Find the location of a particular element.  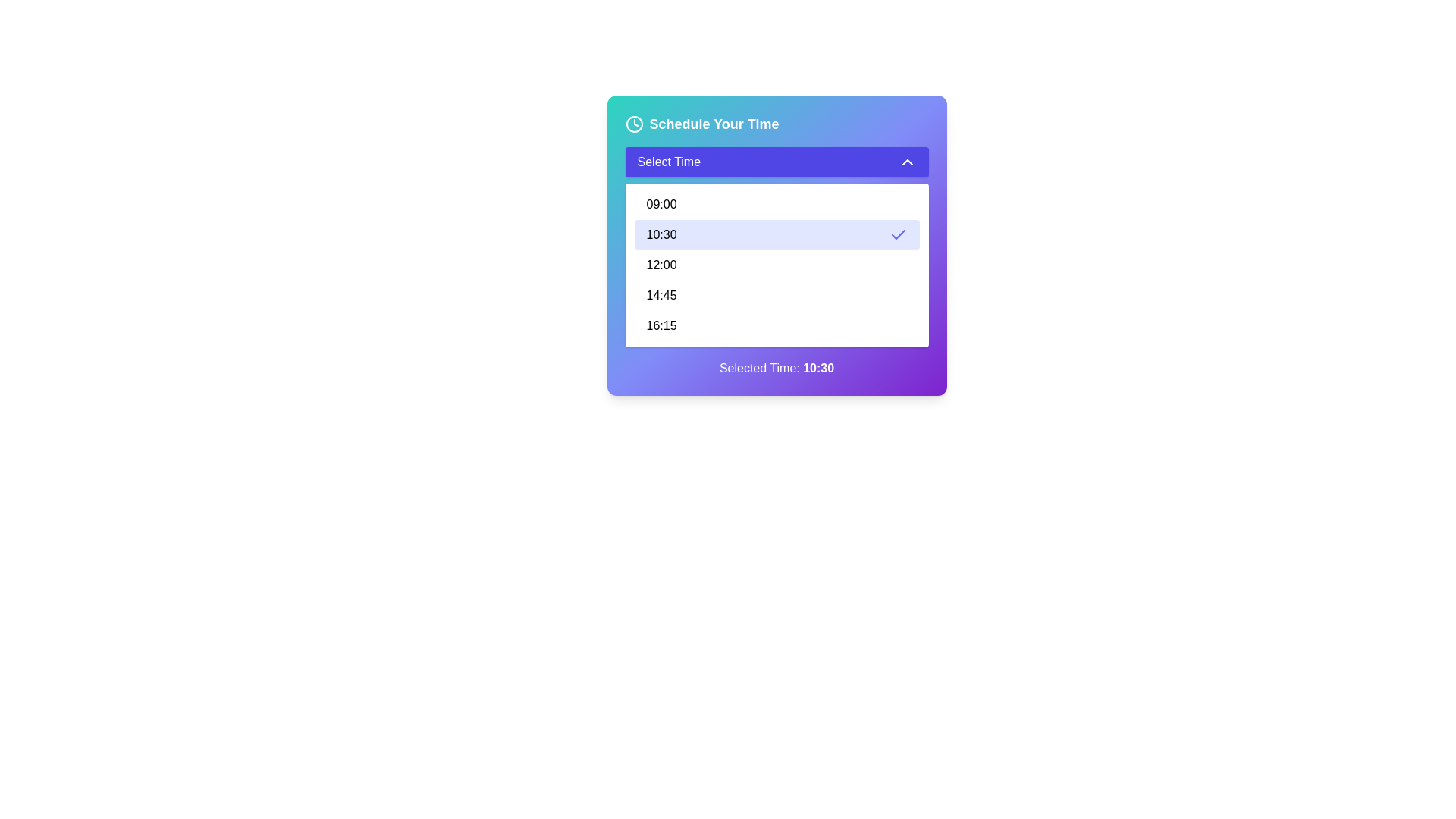

the Dropdown button labeled 'Select Time' is located at coordinates (777, 162).